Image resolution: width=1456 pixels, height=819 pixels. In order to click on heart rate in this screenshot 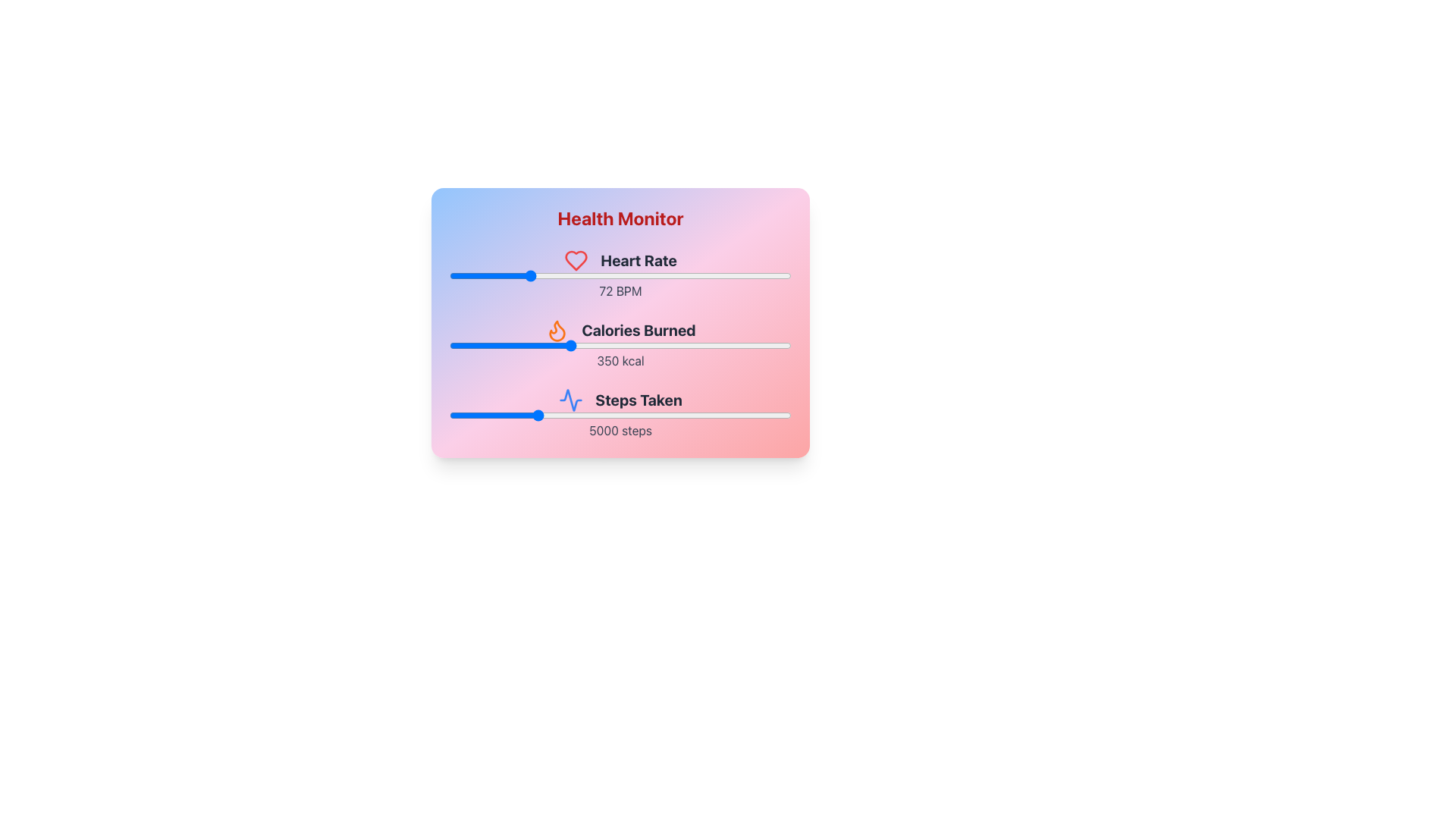, I will do `click(548, 275)`.